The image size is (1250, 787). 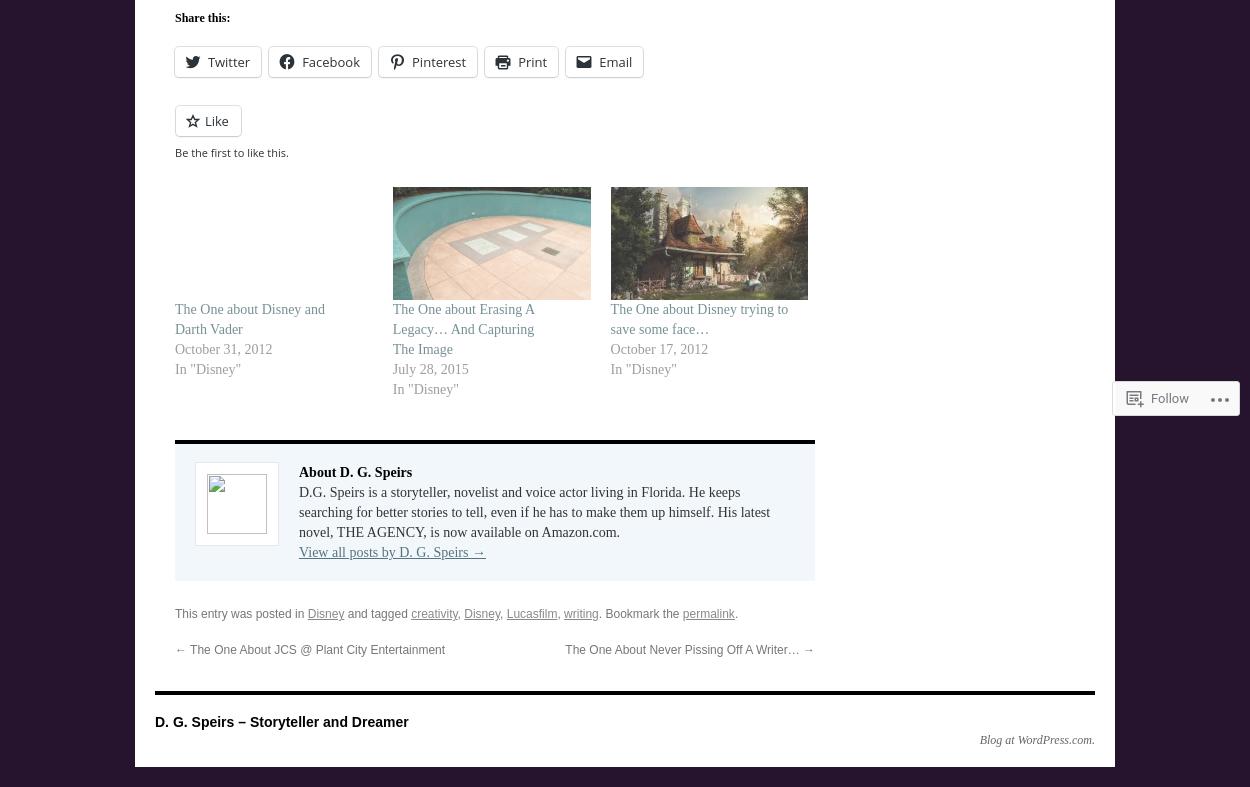 What do you see at coordinates (411, 613) in the screenshot?
I see `'creativity'` at bounding box center [411, 613].